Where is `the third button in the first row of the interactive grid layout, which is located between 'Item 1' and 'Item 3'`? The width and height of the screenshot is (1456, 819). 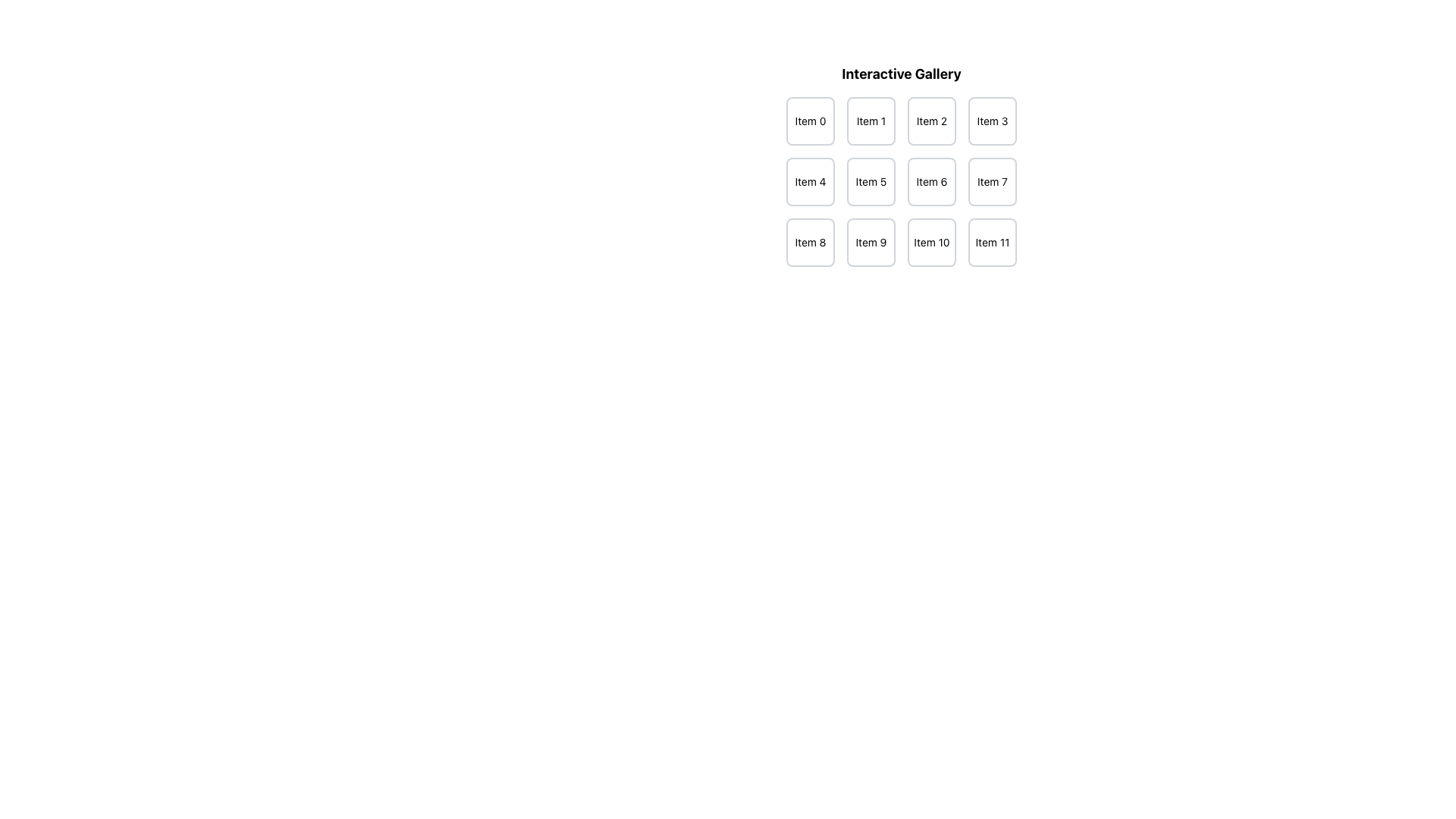
the third button in the first row of the interactive grid layout, which is located between 'Item 1' and 'Item 3' is located at coordinates (930, 120).